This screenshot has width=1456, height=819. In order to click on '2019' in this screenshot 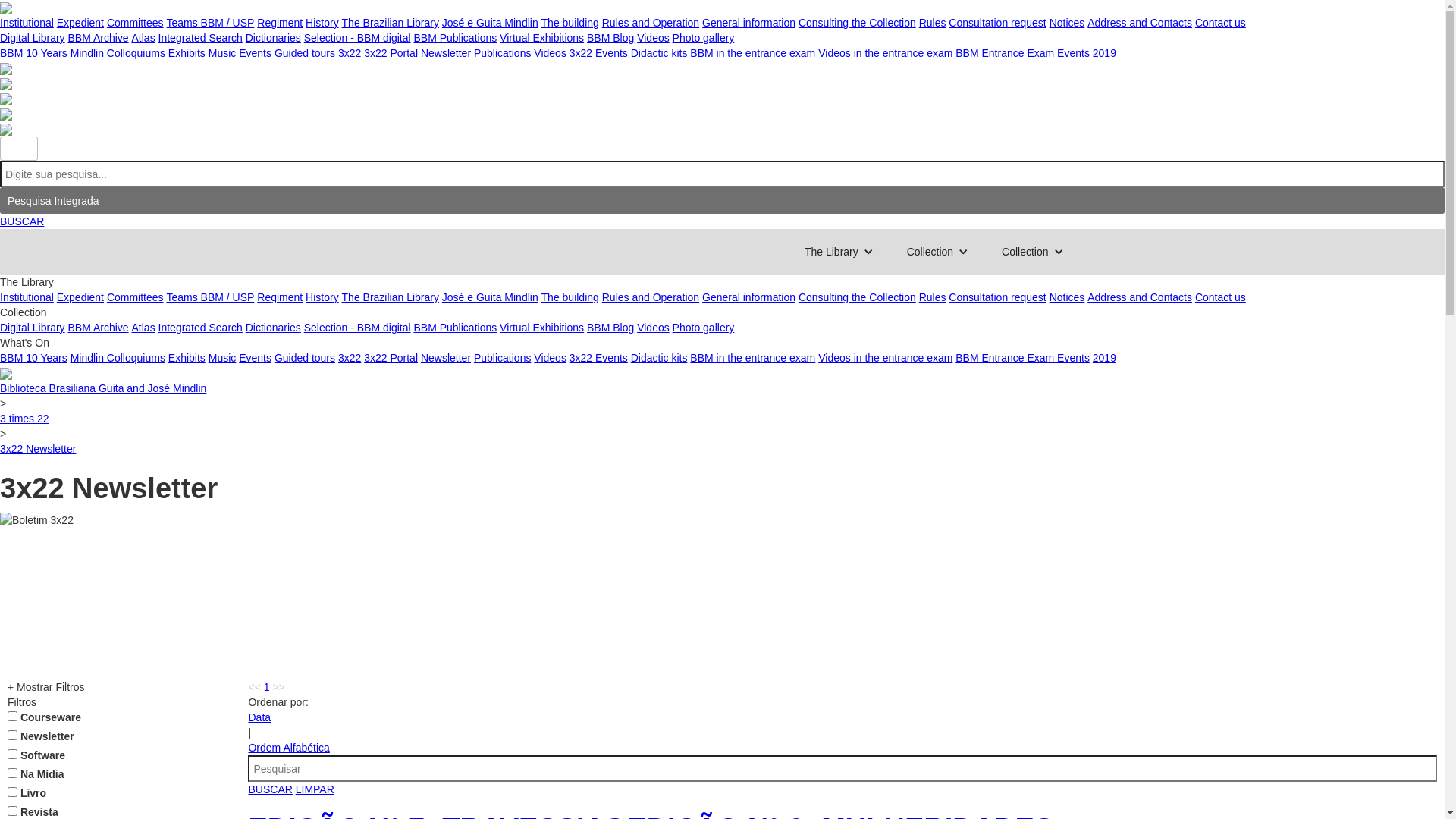, I will do `click(1104, 52)`.